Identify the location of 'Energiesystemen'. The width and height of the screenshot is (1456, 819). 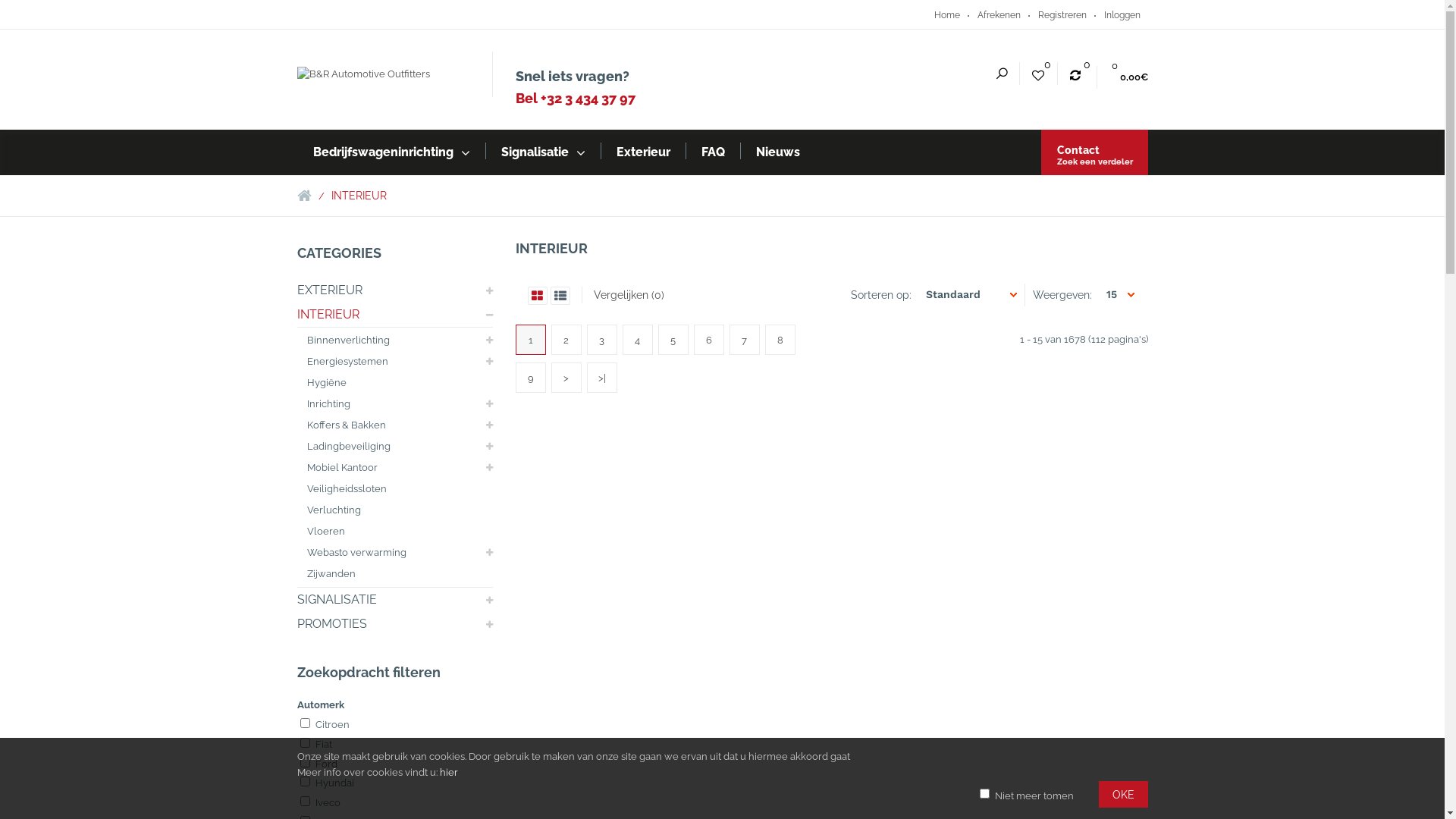
(346, 362).